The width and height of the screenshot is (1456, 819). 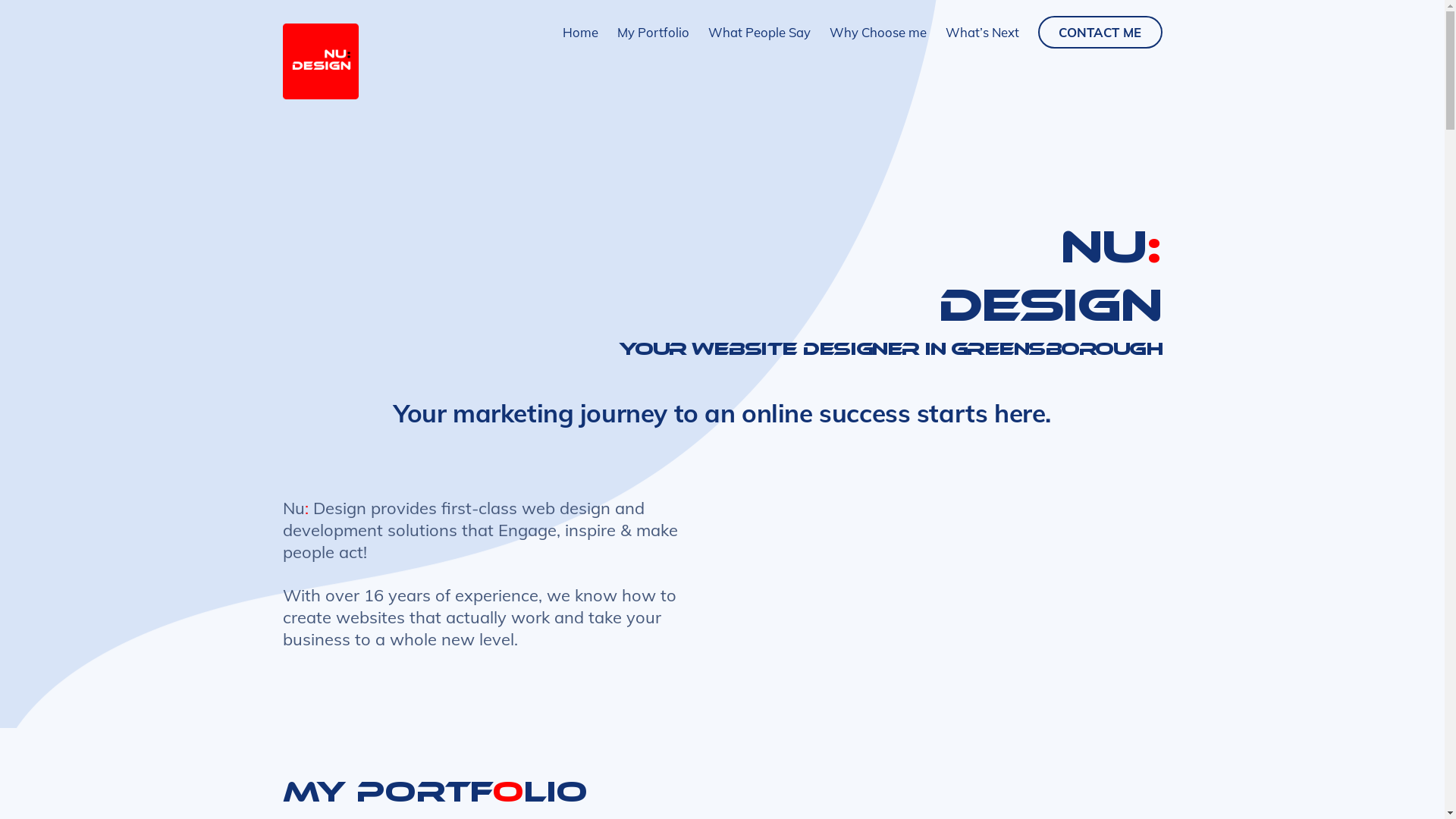 I want to click on 'CONTACT ME', so click(x=1100, y=32).